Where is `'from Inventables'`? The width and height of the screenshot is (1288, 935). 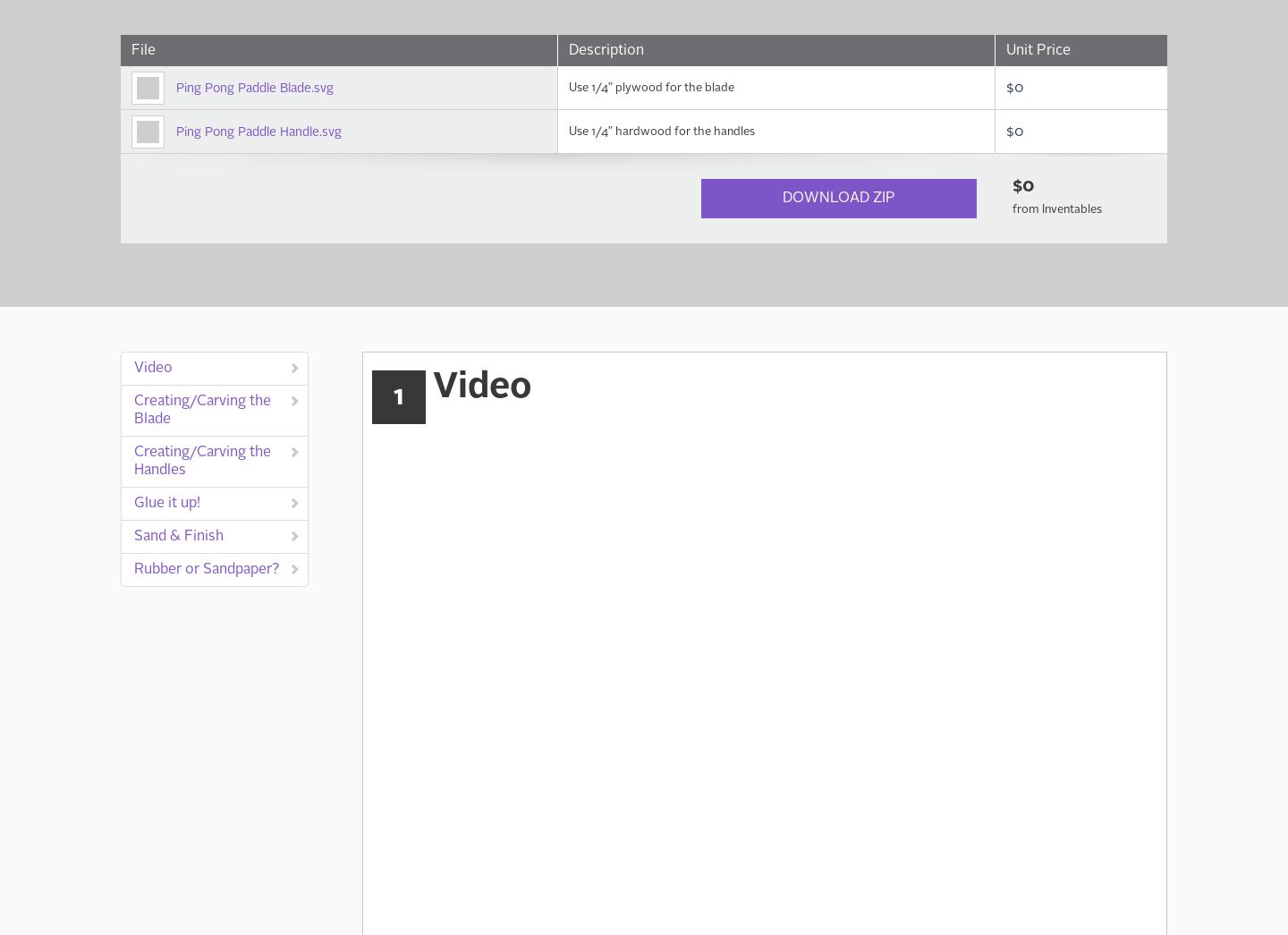
'from Inventables' is located at coordinates (1011, 208).